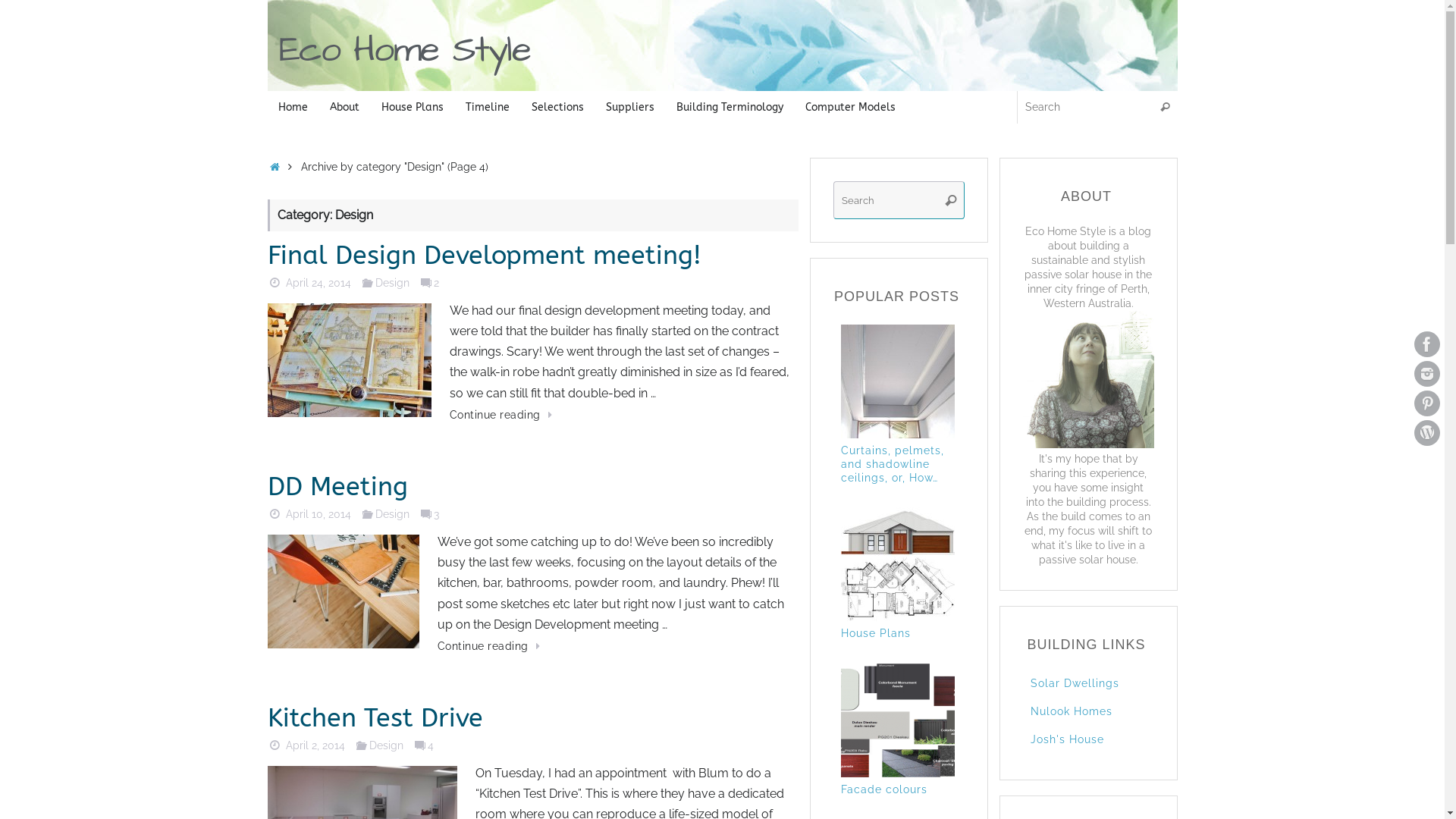  Describe the element at coordinates (1065, 739) in the screenshot. I see `'Josh's House'` at that location.